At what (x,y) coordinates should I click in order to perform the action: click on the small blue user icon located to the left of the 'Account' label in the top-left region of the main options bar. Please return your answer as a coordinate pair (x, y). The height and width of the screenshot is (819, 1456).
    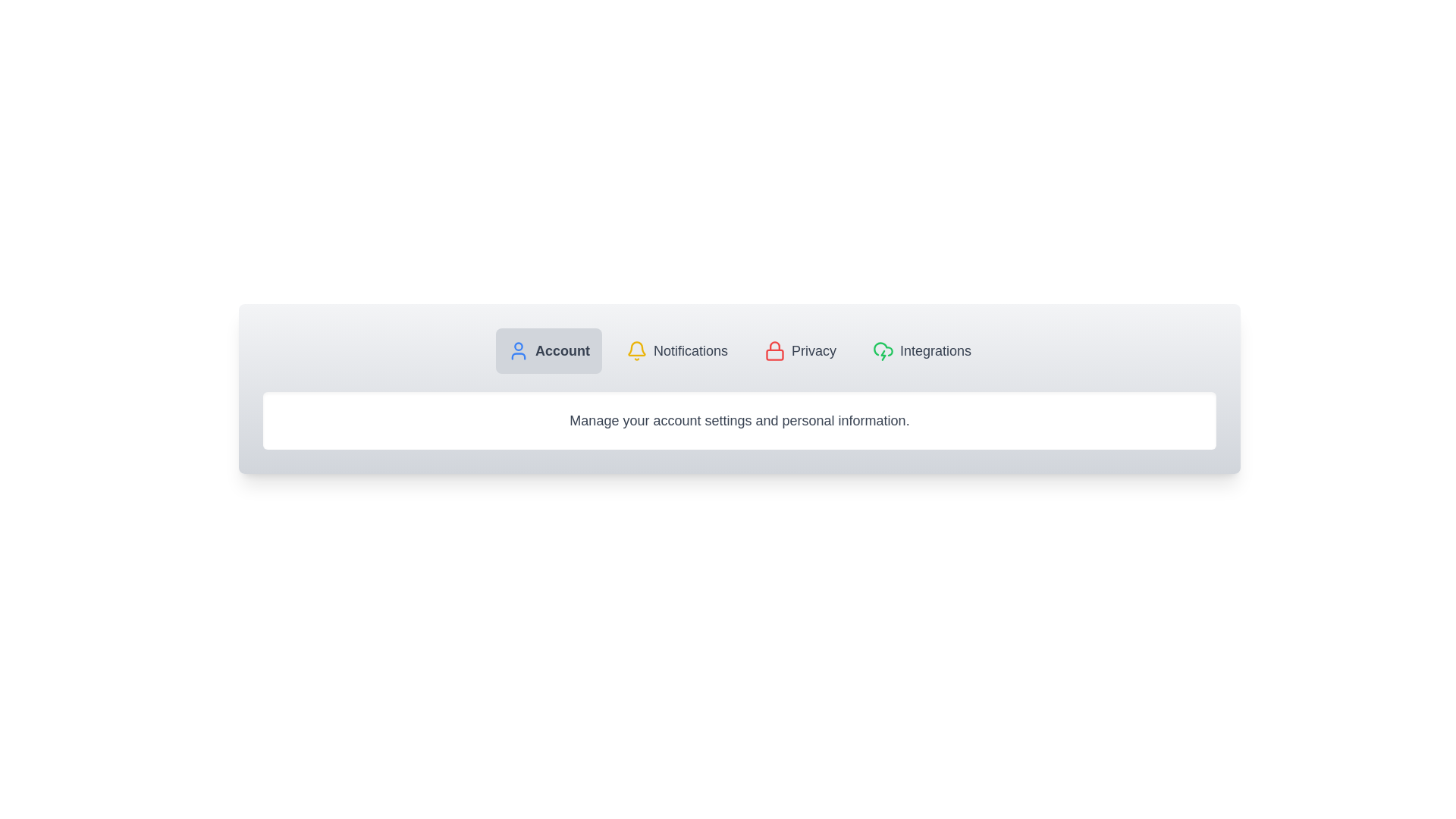
    Looking at the image, I should click on (518, 350).